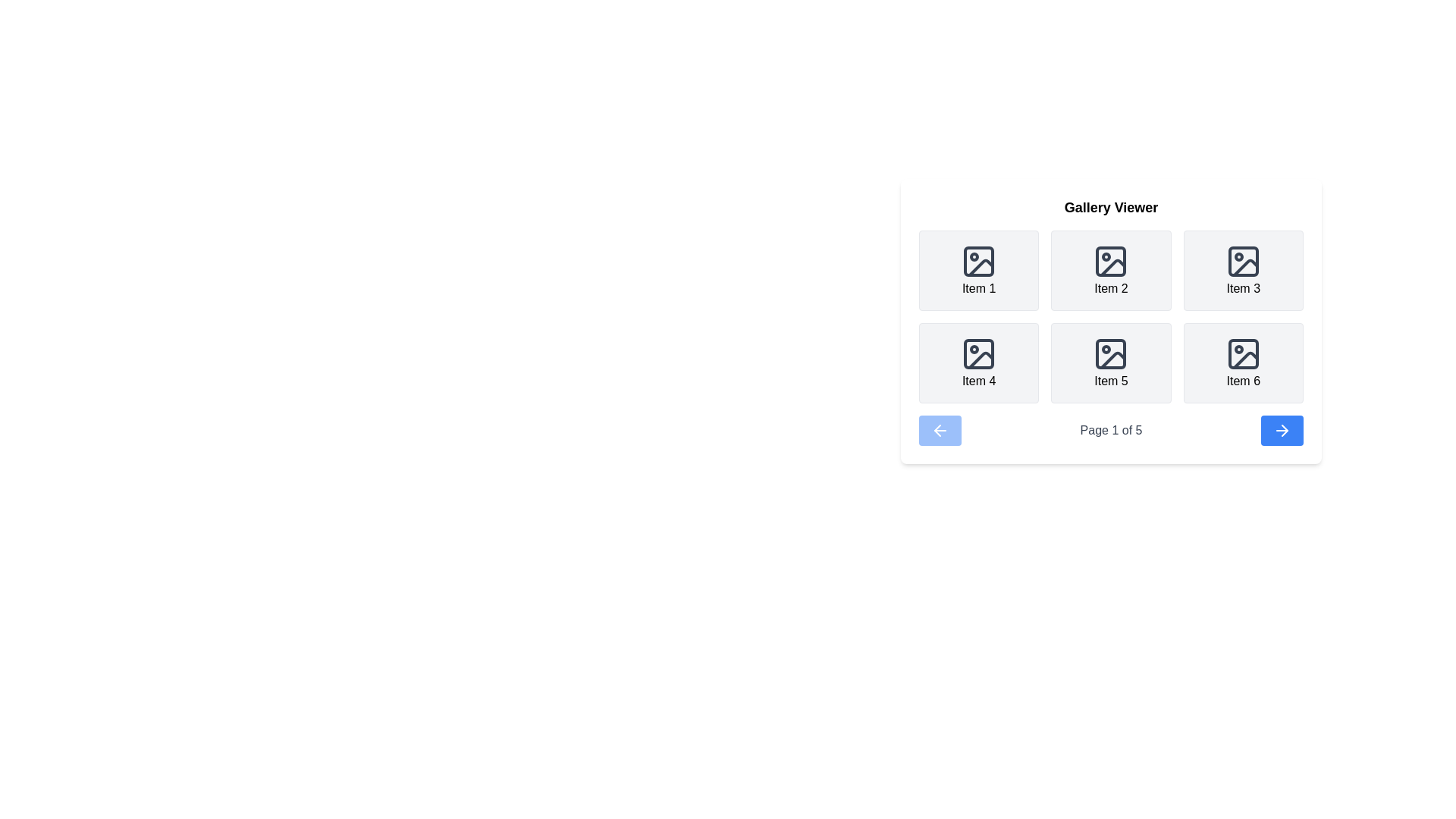 The height and width of the screenshot is (819, 1456). What do you see at coordinates (1281, 430) in the screenshot?
I see `the navigation button located at the bottom-right corner of the pagination controls` at bounding box center [1281, 430].